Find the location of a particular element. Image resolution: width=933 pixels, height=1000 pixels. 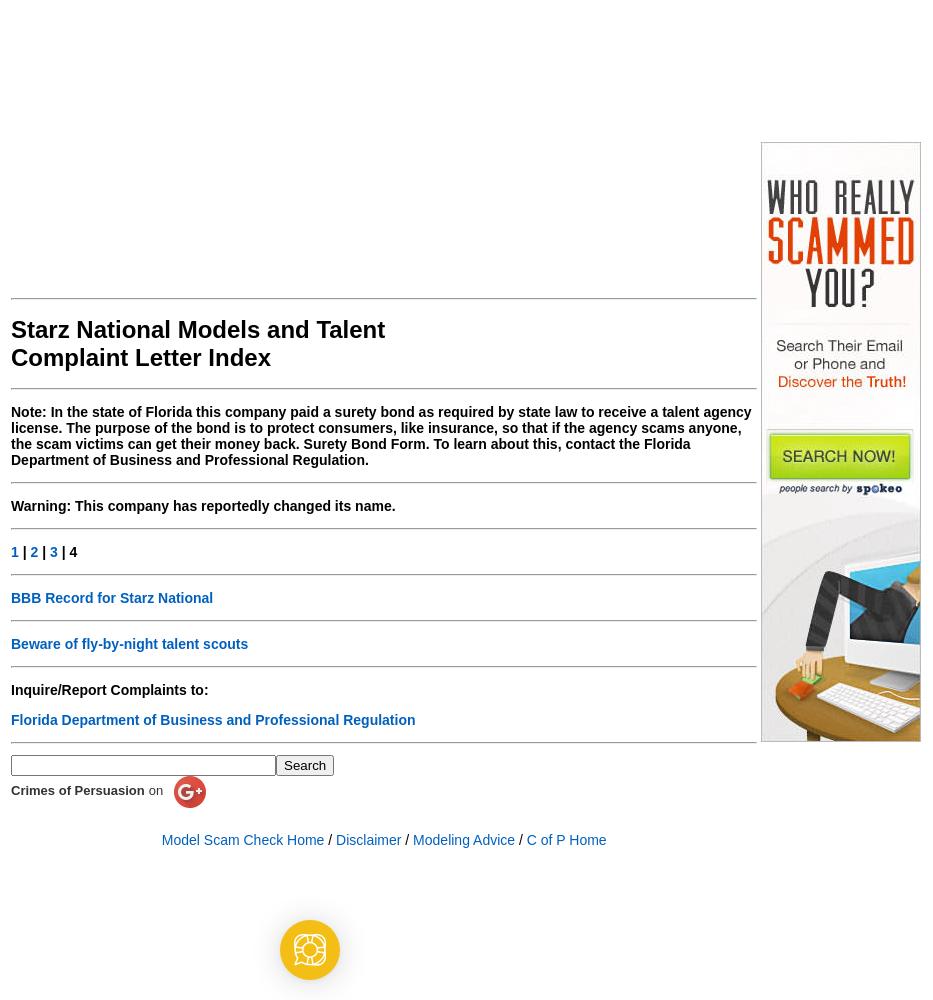

'Starz National Models and Talent' is located at coordinates (197, 328).